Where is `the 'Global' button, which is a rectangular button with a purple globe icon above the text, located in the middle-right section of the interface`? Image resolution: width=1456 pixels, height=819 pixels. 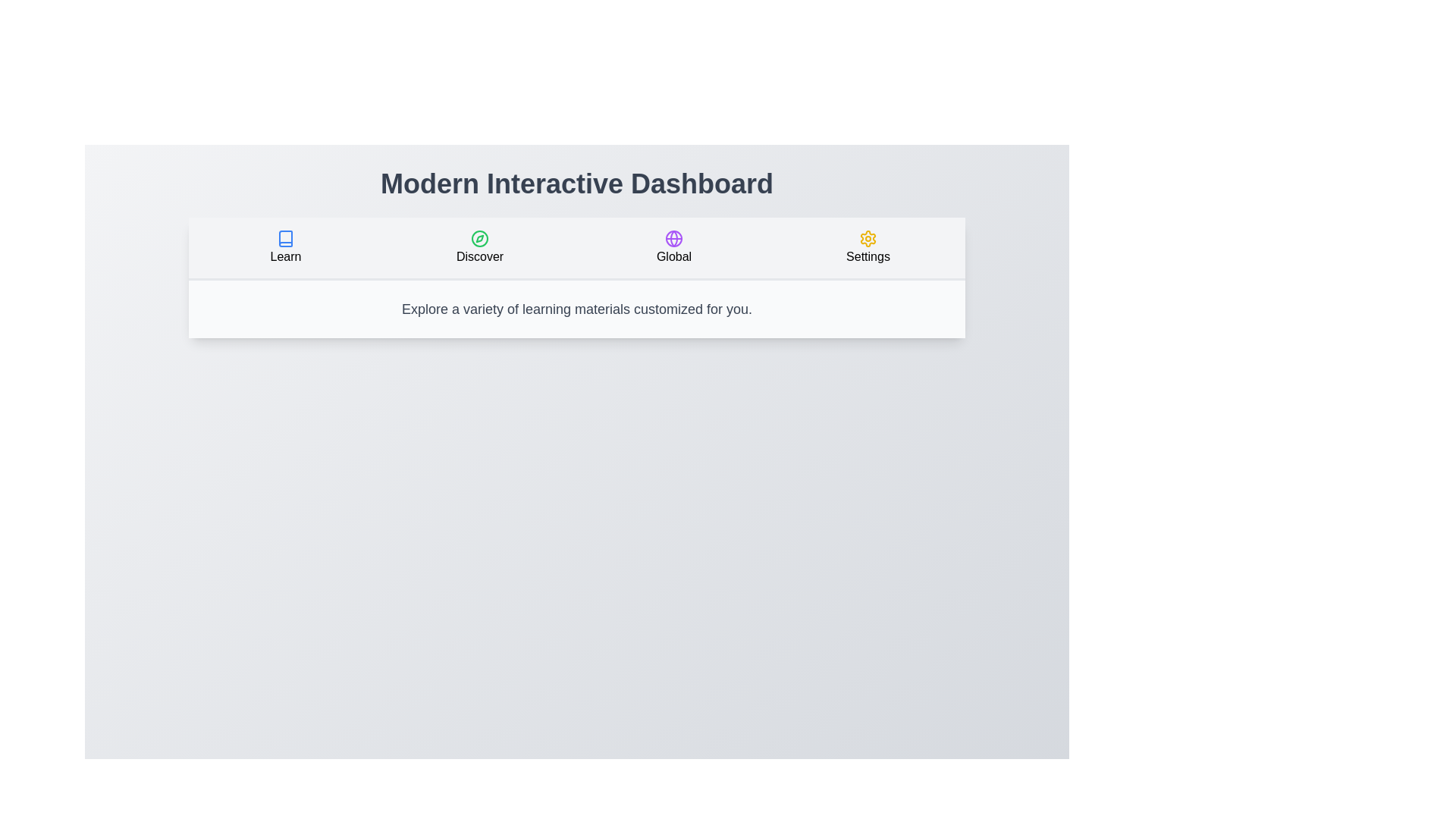 the 'Global' button, which is a rectangular button with a purple globe icon above the text, located in the middle-right section of the interface is located at coordinates (673, 247).